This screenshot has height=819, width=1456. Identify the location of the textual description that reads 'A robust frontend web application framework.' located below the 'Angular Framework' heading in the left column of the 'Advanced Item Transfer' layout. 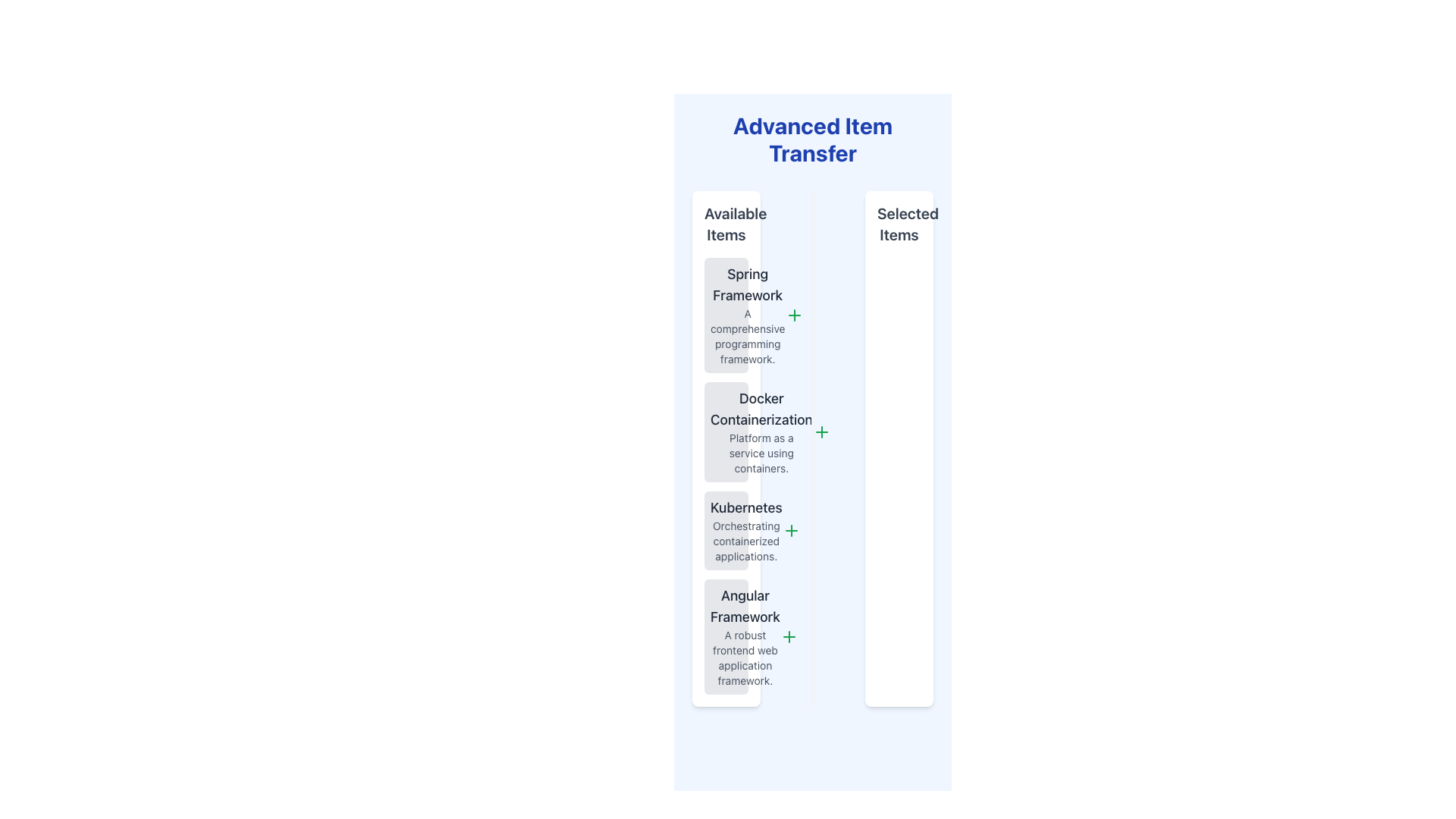
(745, 657).